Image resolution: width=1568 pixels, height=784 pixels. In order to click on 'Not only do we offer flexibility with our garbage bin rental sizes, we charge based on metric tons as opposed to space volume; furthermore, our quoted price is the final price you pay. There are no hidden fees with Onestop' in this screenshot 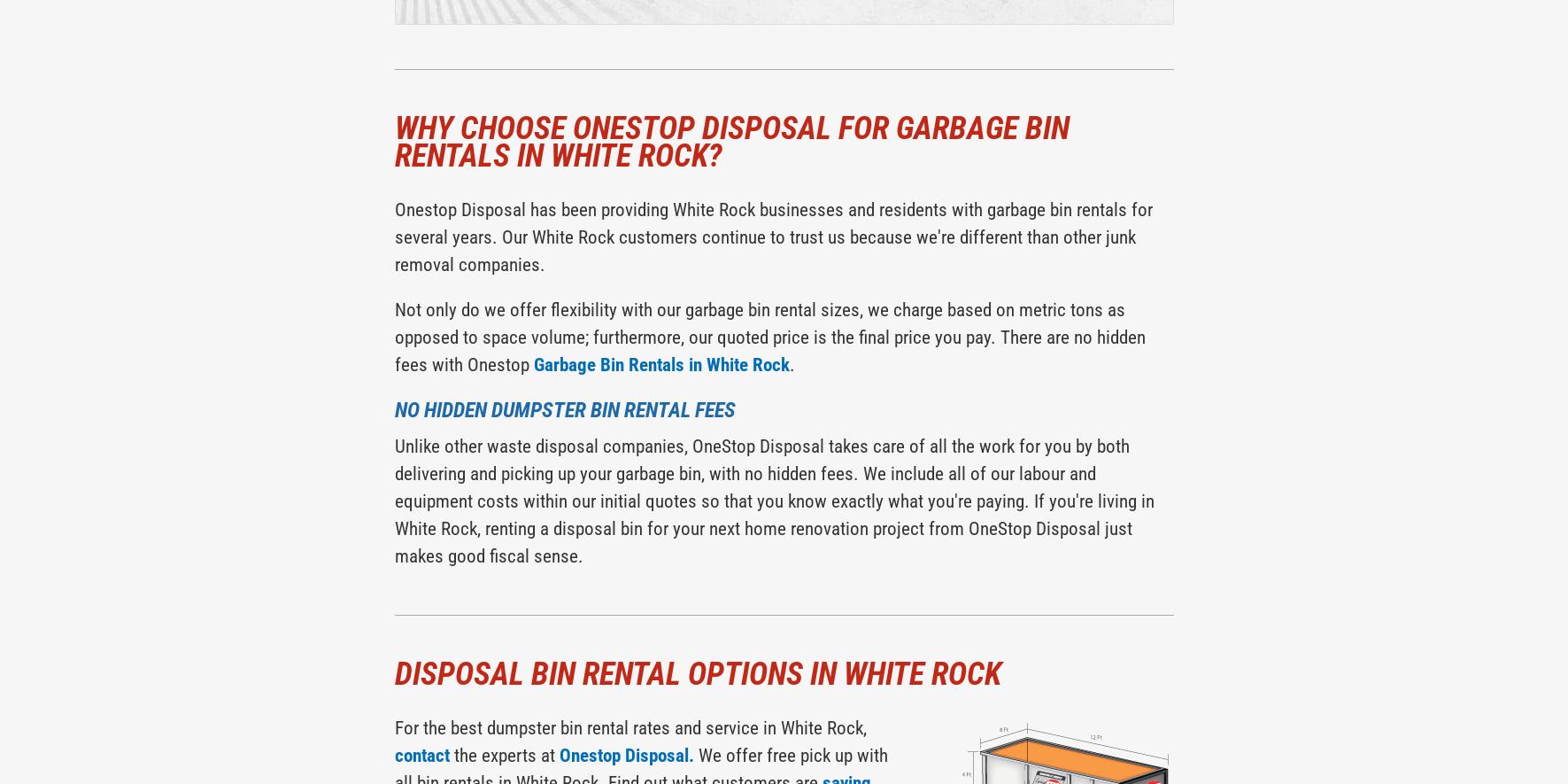, I will do `click(769, 336)`.